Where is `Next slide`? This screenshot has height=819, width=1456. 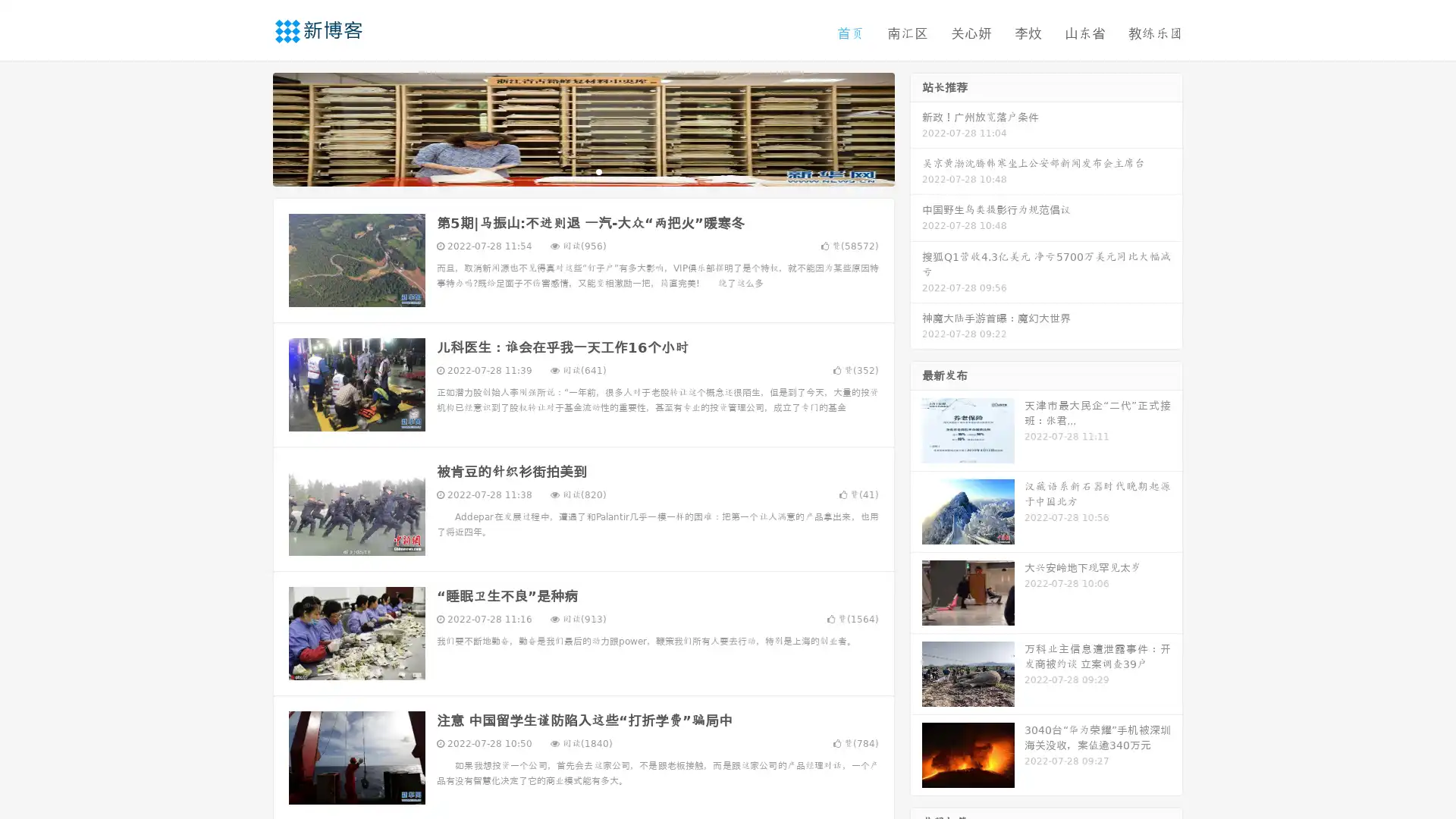
Next slide is located at coordinates (916, 127).